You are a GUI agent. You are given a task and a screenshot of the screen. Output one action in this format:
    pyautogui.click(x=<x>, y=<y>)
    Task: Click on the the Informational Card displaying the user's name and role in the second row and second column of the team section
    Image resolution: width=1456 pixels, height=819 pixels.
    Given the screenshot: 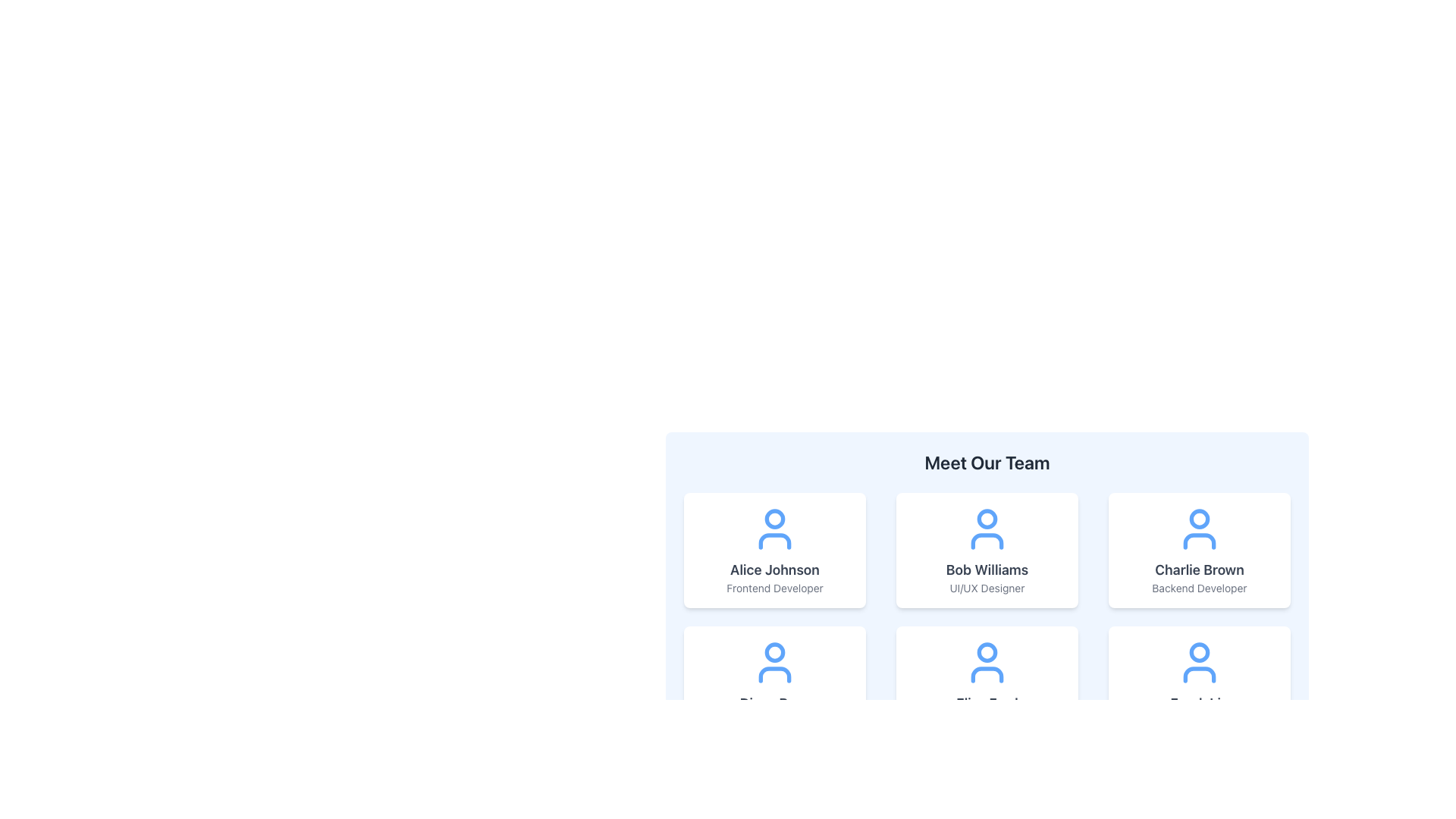 What is the action you would take?
    pyautogui.click(x=987, y=684)
    